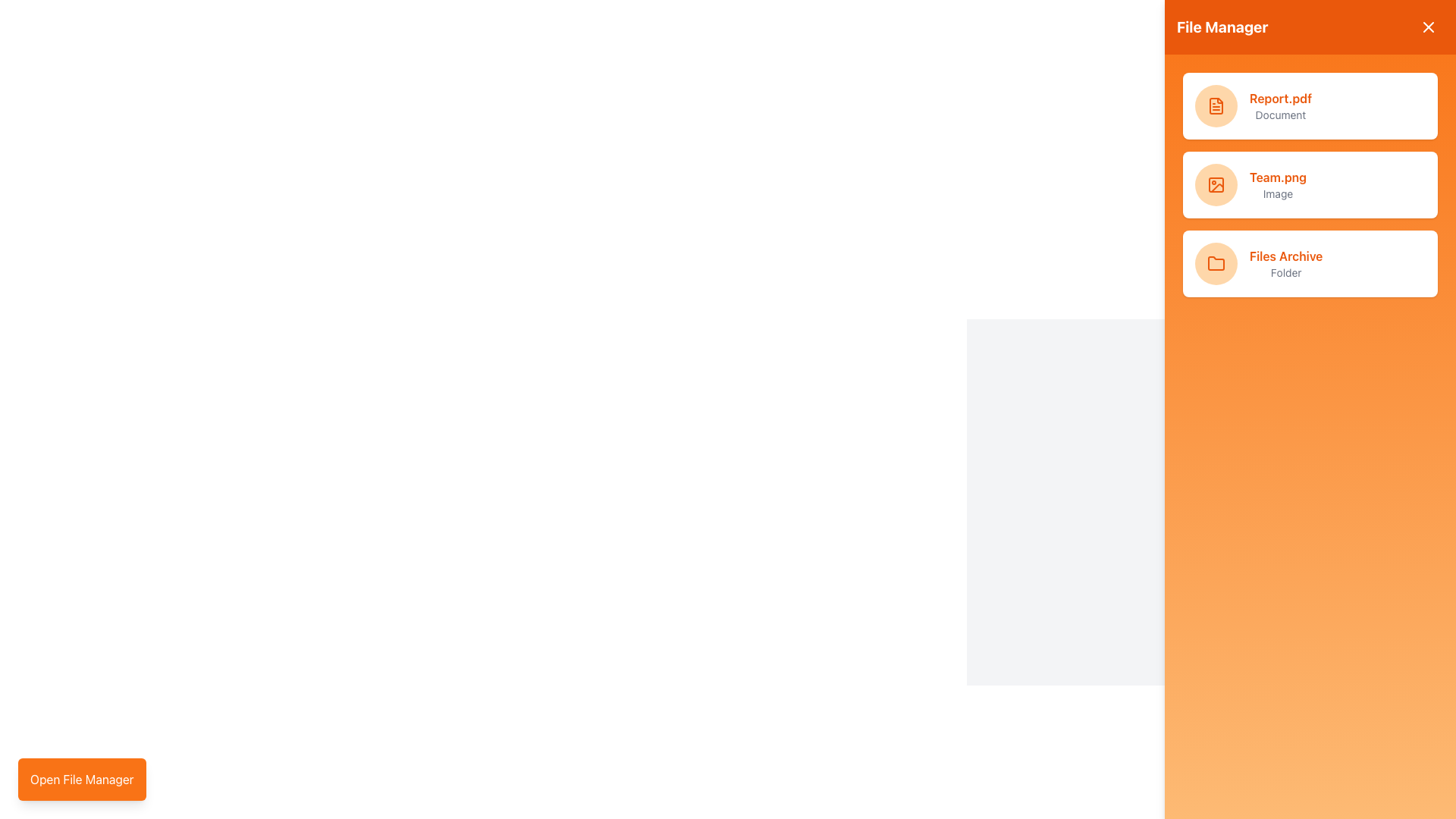 This screenshot has width=1456, height=819. I want to click on the text label displaying the file name and type in the orange-themed 'File Manager' panel, so click(1280, 105).